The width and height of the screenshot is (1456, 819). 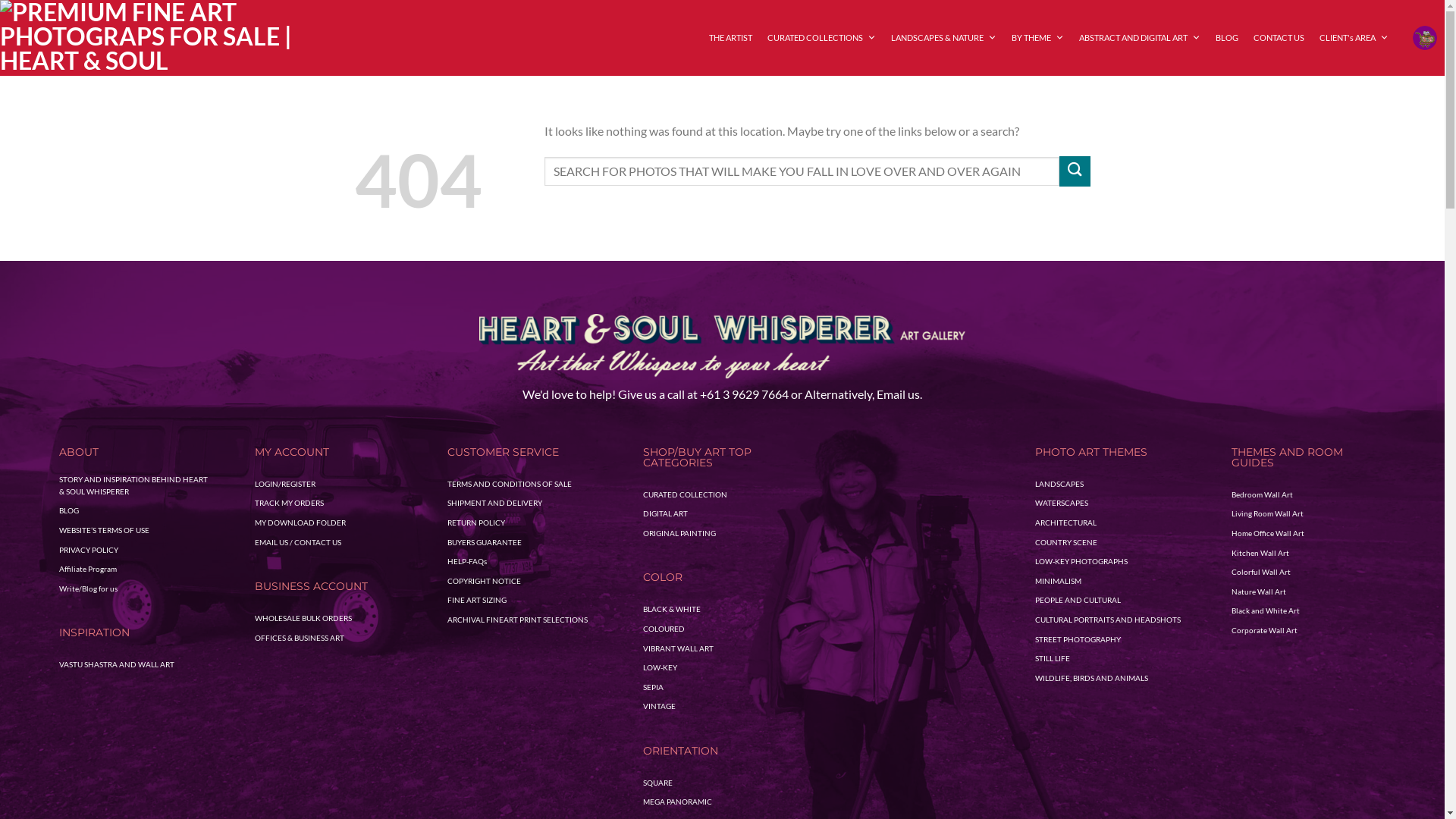 What do you see at coordinates (684, 494) in the screenshot?
I see `'CURATED COLLECTION'` at bounding box center [684, 494].